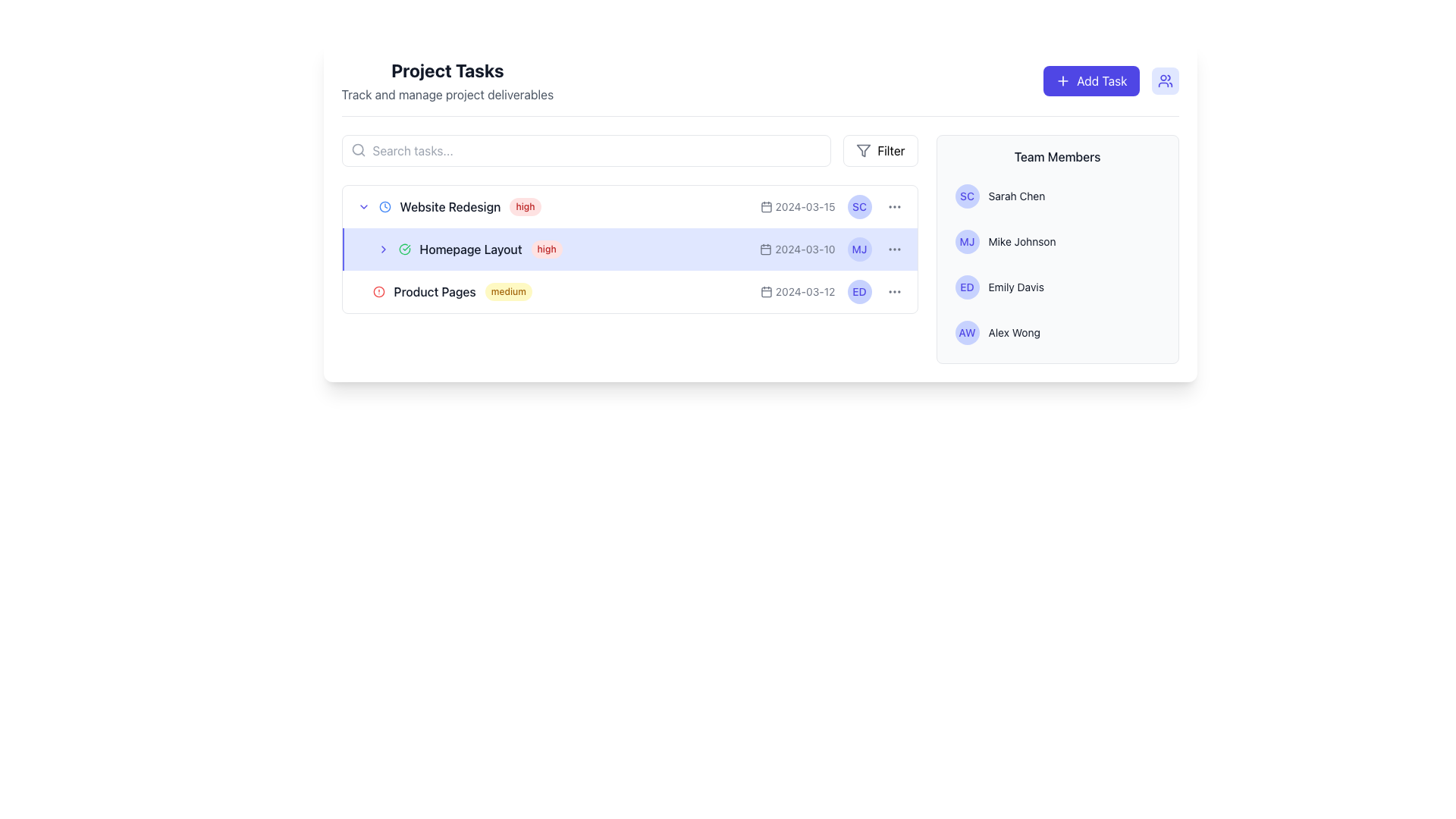  I want to click on the text label displaying 'MJ' within the indigo circular avatar in the 'Team Members' section, so click(859, 248).